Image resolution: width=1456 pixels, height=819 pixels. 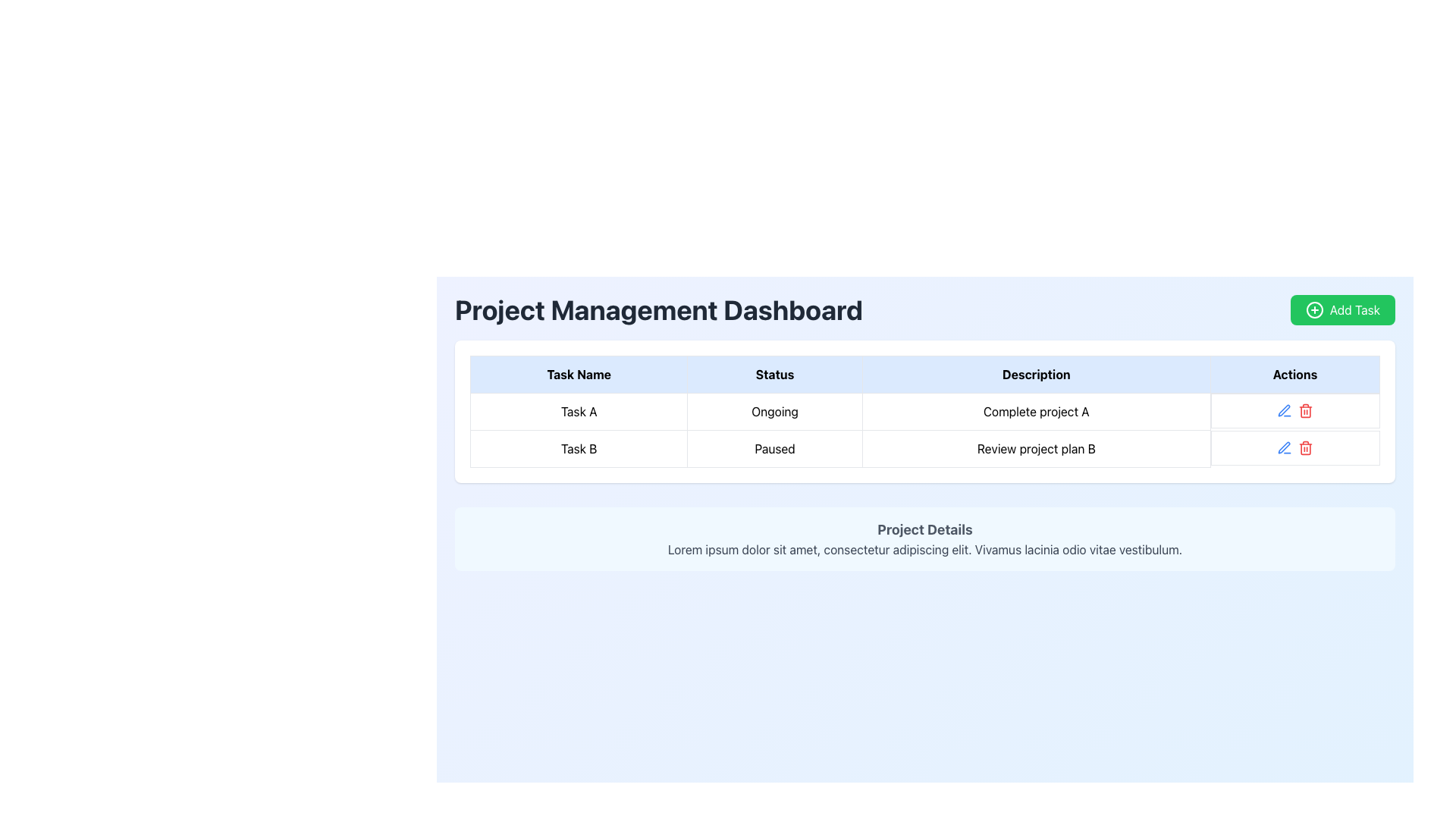 I want to click on the edit icon represented by a pen symbol located in the 'Actions' column of the second row in the task management table, so click(x=1283, y=410).